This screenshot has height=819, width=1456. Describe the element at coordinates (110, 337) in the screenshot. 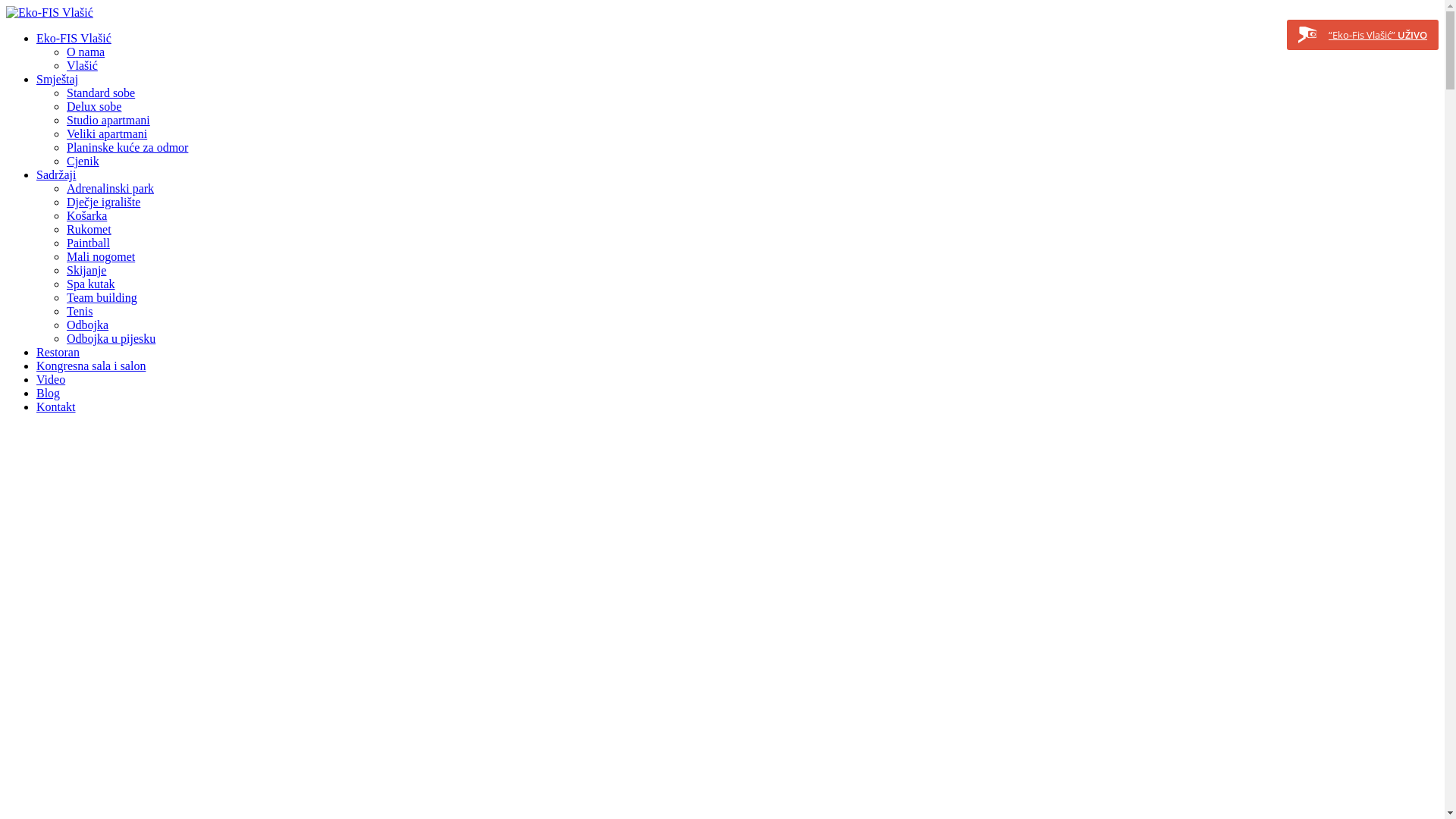

I see `'Odbojka u pijesku'` at that location.